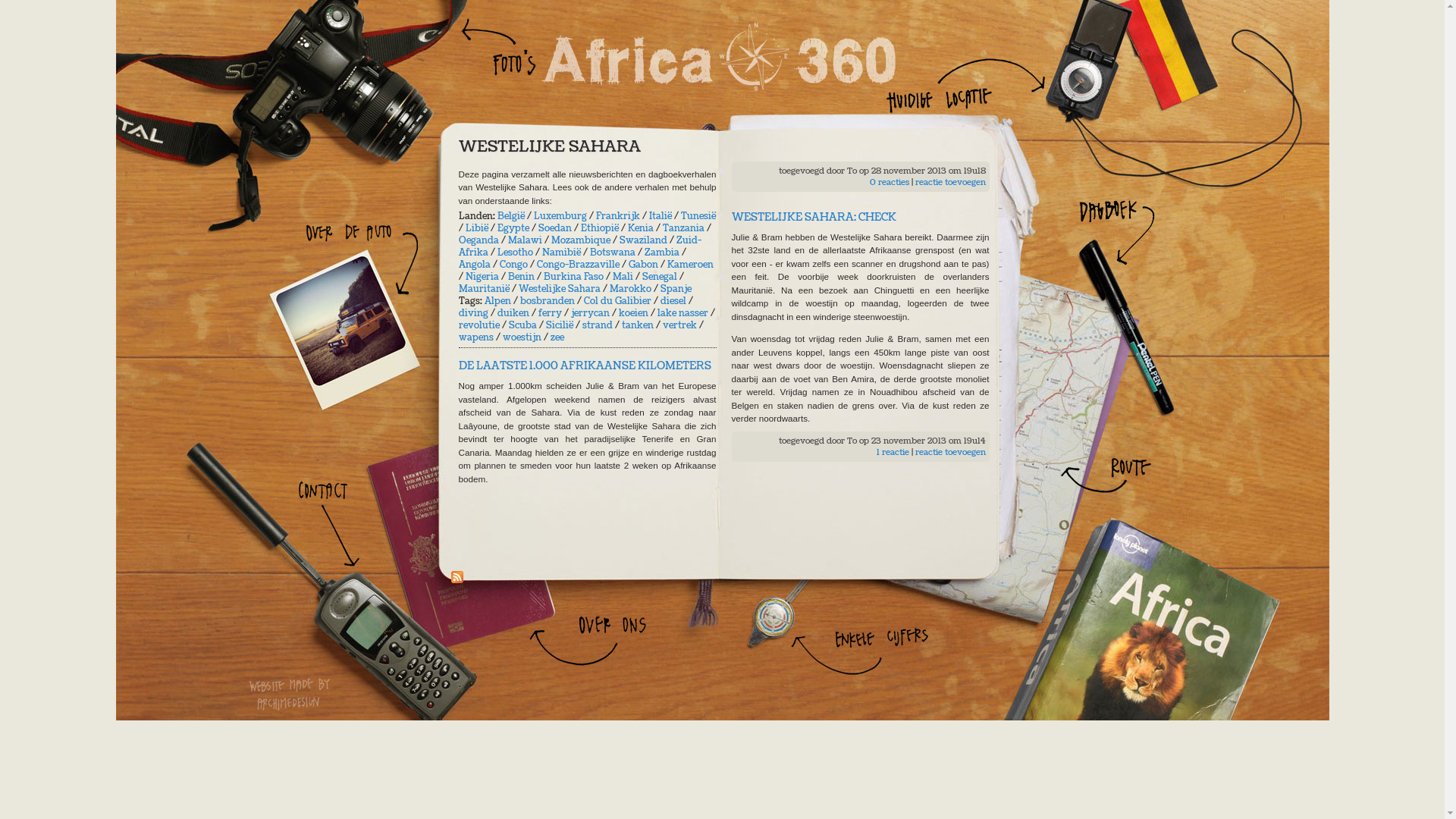 The image size is (1456, 819). Describe the element at coordinates (87, 0) in the screenshot. I see `'Overslaan en naar de algemene inhoud gaan'` at that location.